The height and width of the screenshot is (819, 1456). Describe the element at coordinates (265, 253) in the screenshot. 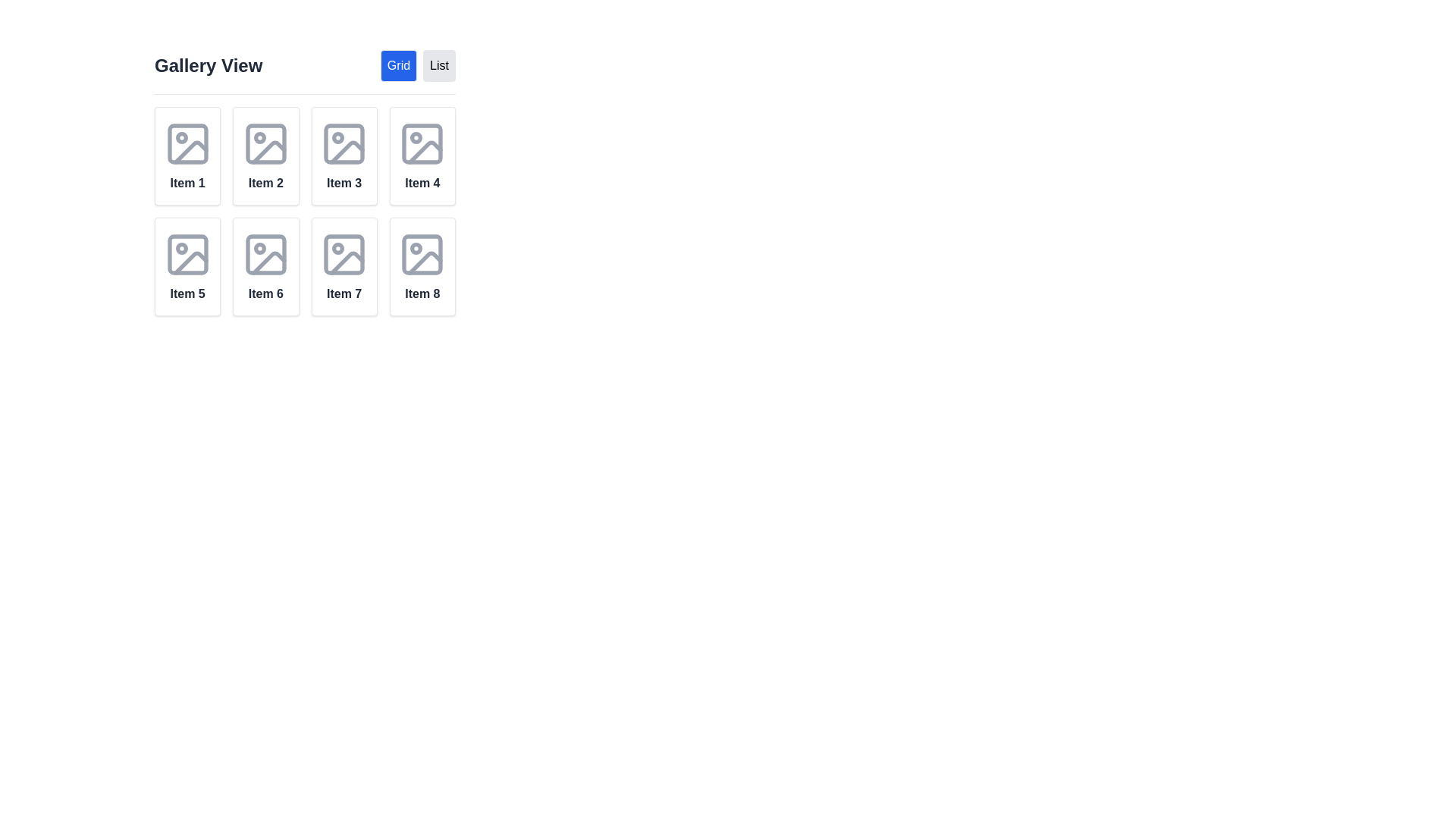

I see `the decorative SVG rectangle that represents the picture frame for Item 6, located in the sixth icon of a 2x4 grid layout` at that location.